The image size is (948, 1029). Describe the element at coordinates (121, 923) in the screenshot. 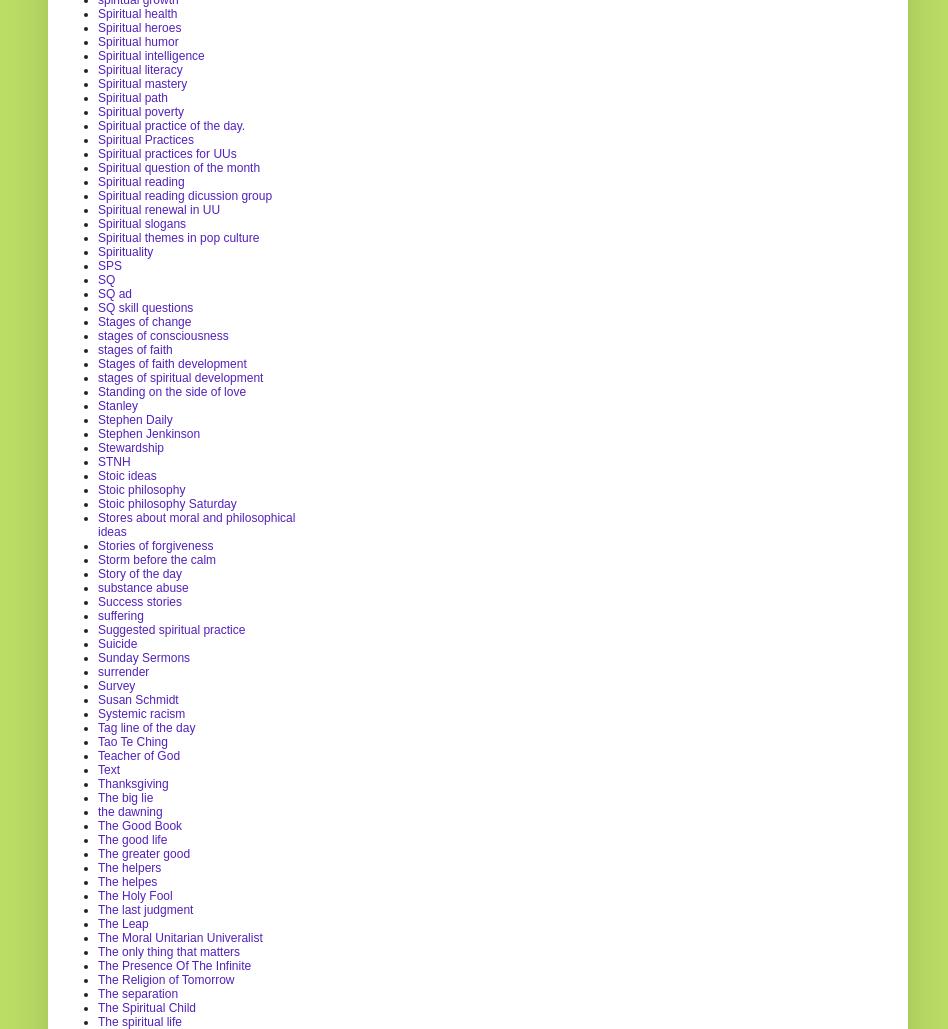

I see `'The Leap'` at that location.